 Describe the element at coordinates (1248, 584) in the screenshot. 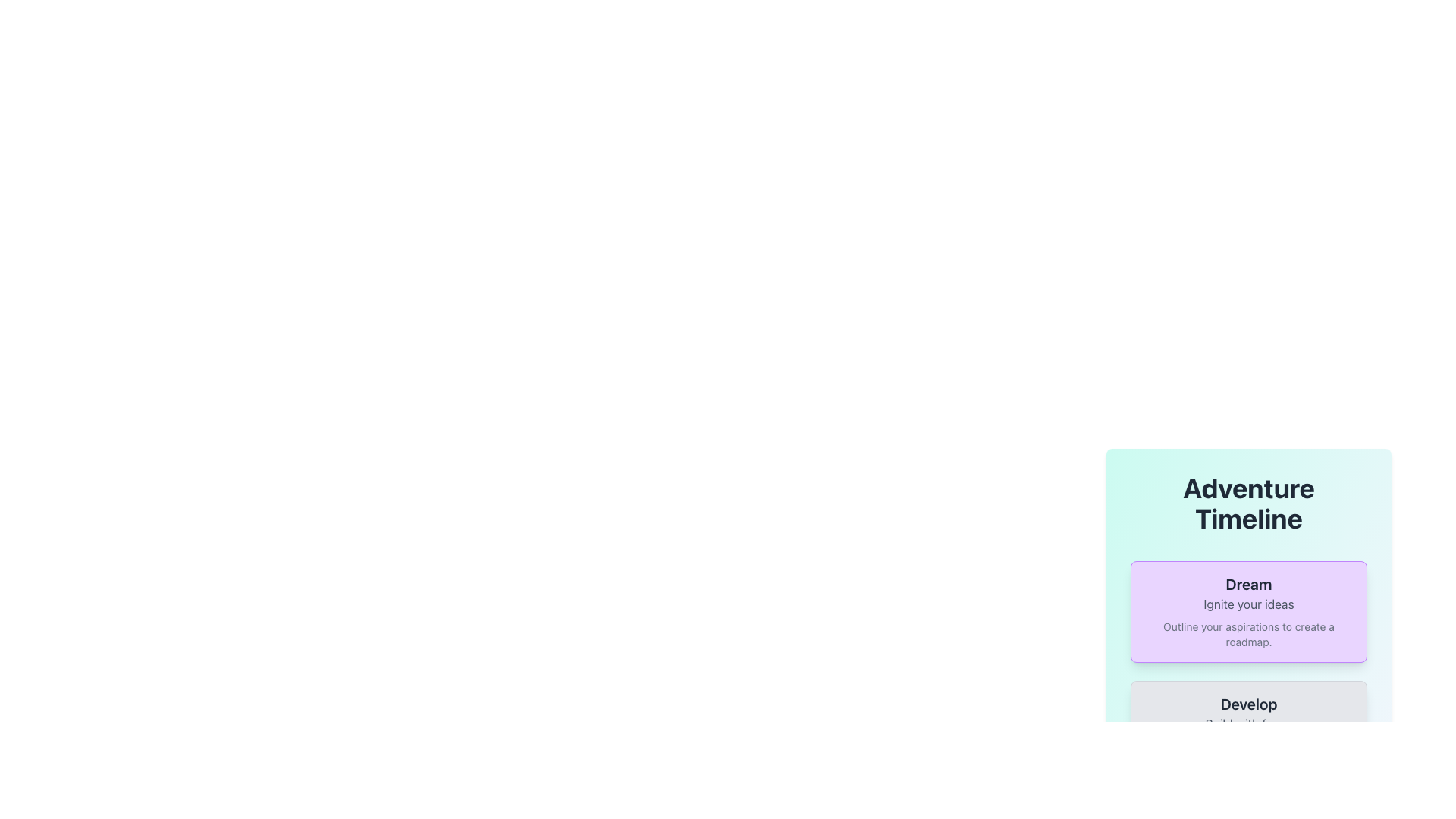

I see `text element labeled 'Dream', which is styled in bold, extra-large font and positioned at the top of a purple rectangular section` at that location.